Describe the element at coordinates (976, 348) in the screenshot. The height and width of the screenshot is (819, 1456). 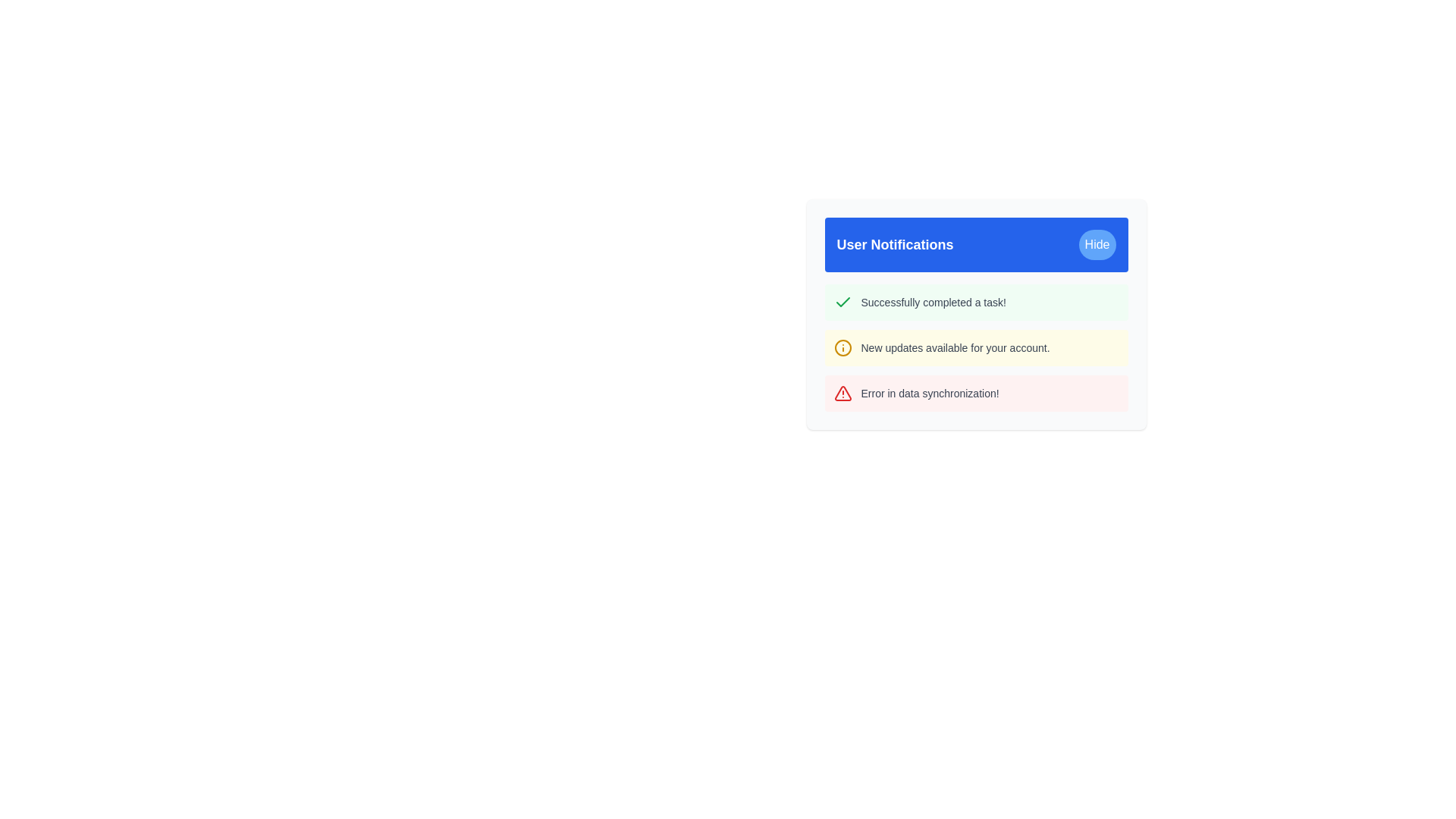
I see `message displayed in the second notification card that notifies the user about updates related to their account` at that location.